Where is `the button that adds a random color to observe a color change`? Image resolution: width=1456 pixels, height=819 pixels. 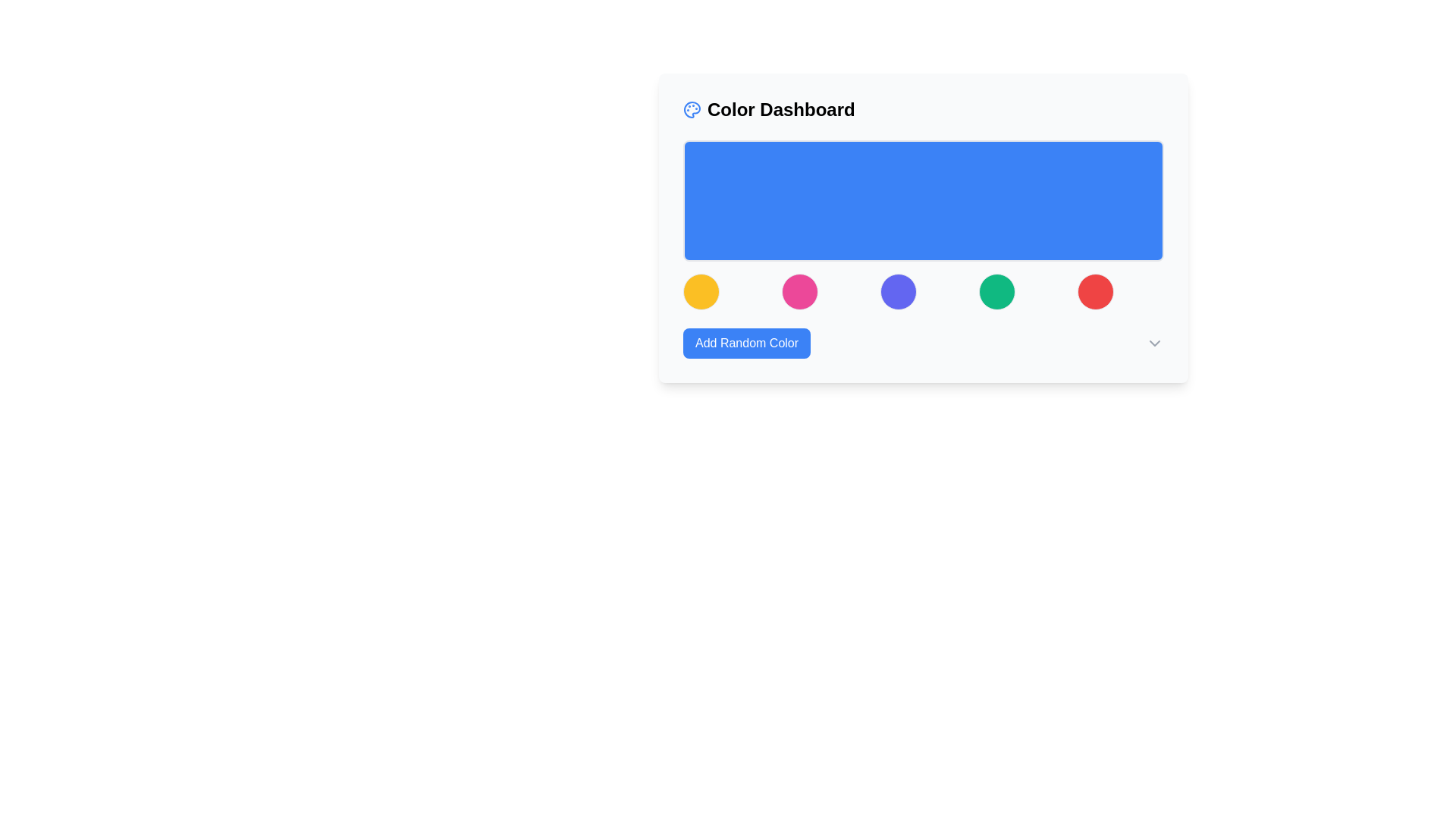
the button that adds a random color to observe a color change is located at coordinates (746, 343).